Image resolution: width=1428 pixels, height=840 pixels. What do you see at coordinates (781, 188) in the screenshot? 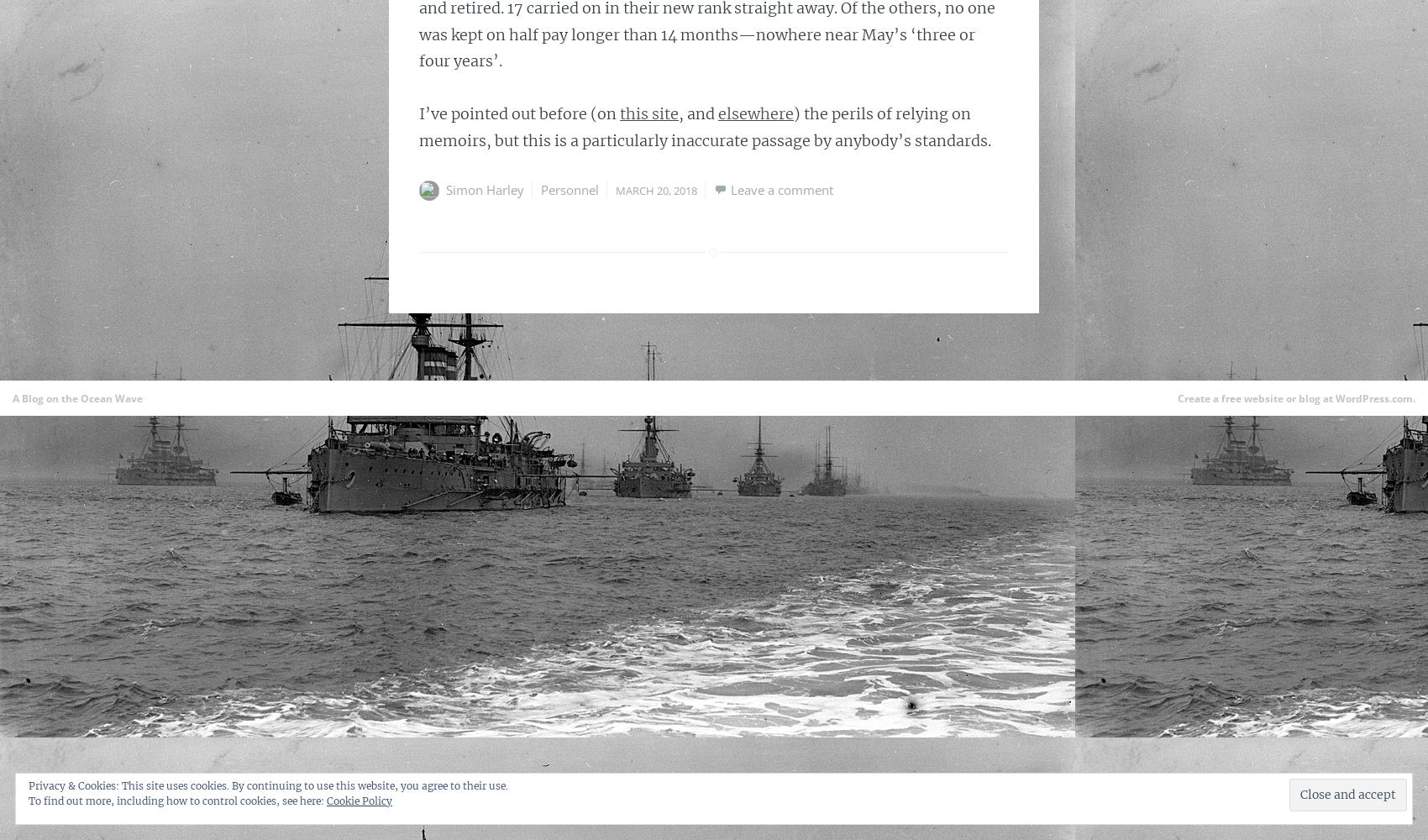
I see `'Leave a comment'` at bounding box center [781, 188].